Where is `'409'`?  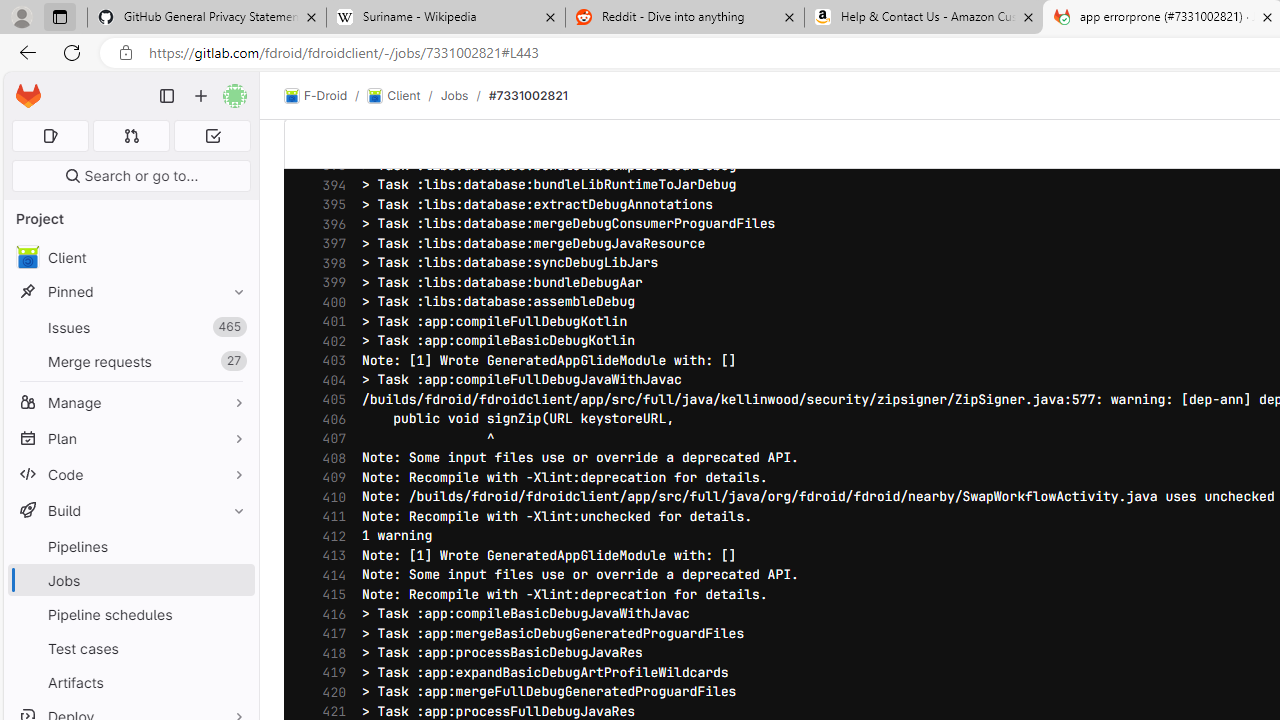
'409' is located at coordinates (329, 478).